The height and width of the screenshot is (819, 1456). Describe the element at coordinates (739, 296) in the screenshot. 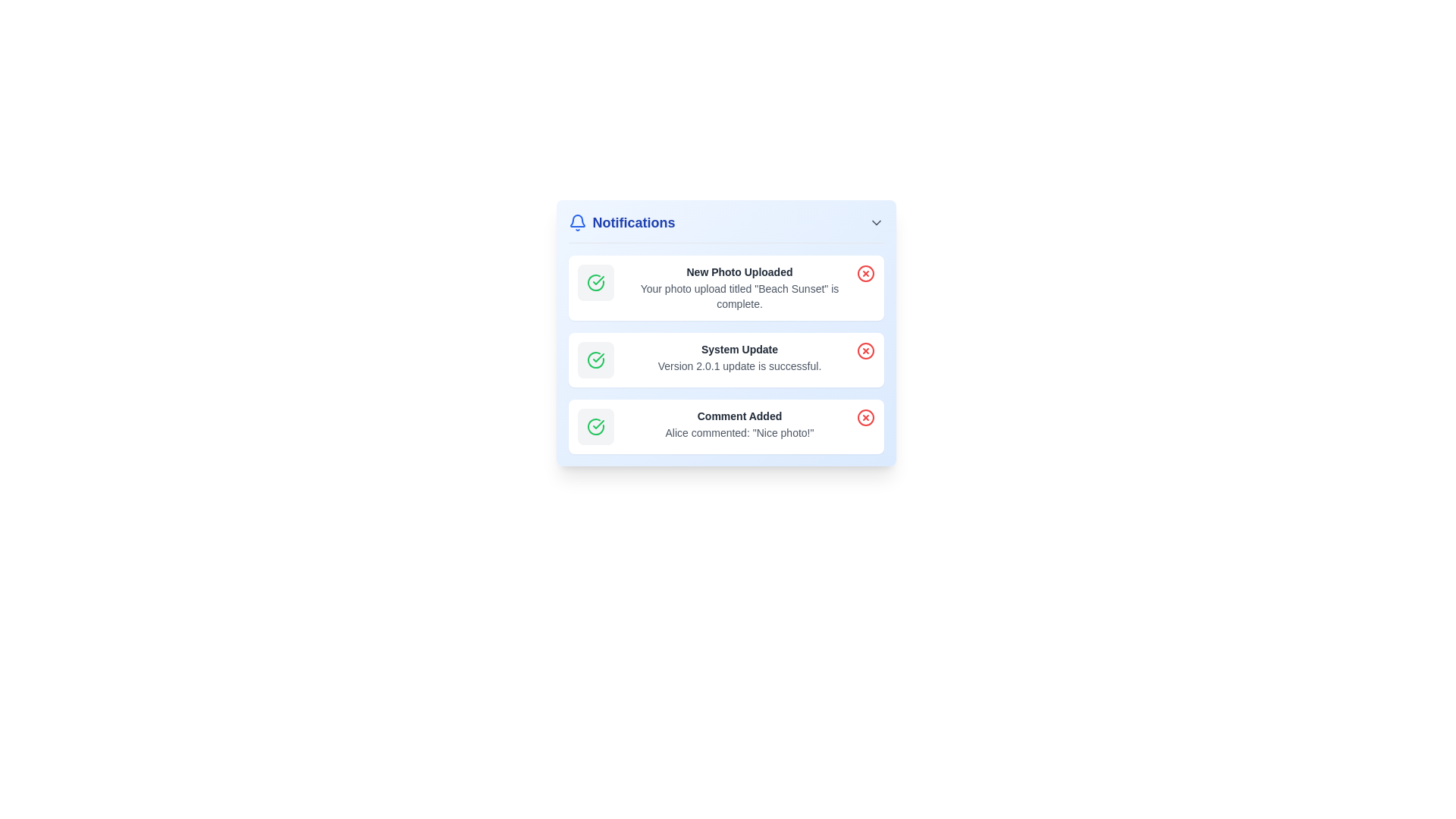

I see `text label providing details about the photo upload notification titled 'Beach Sunset' located under the header 'New Photo Uploaded' in the main notification area` at that location.